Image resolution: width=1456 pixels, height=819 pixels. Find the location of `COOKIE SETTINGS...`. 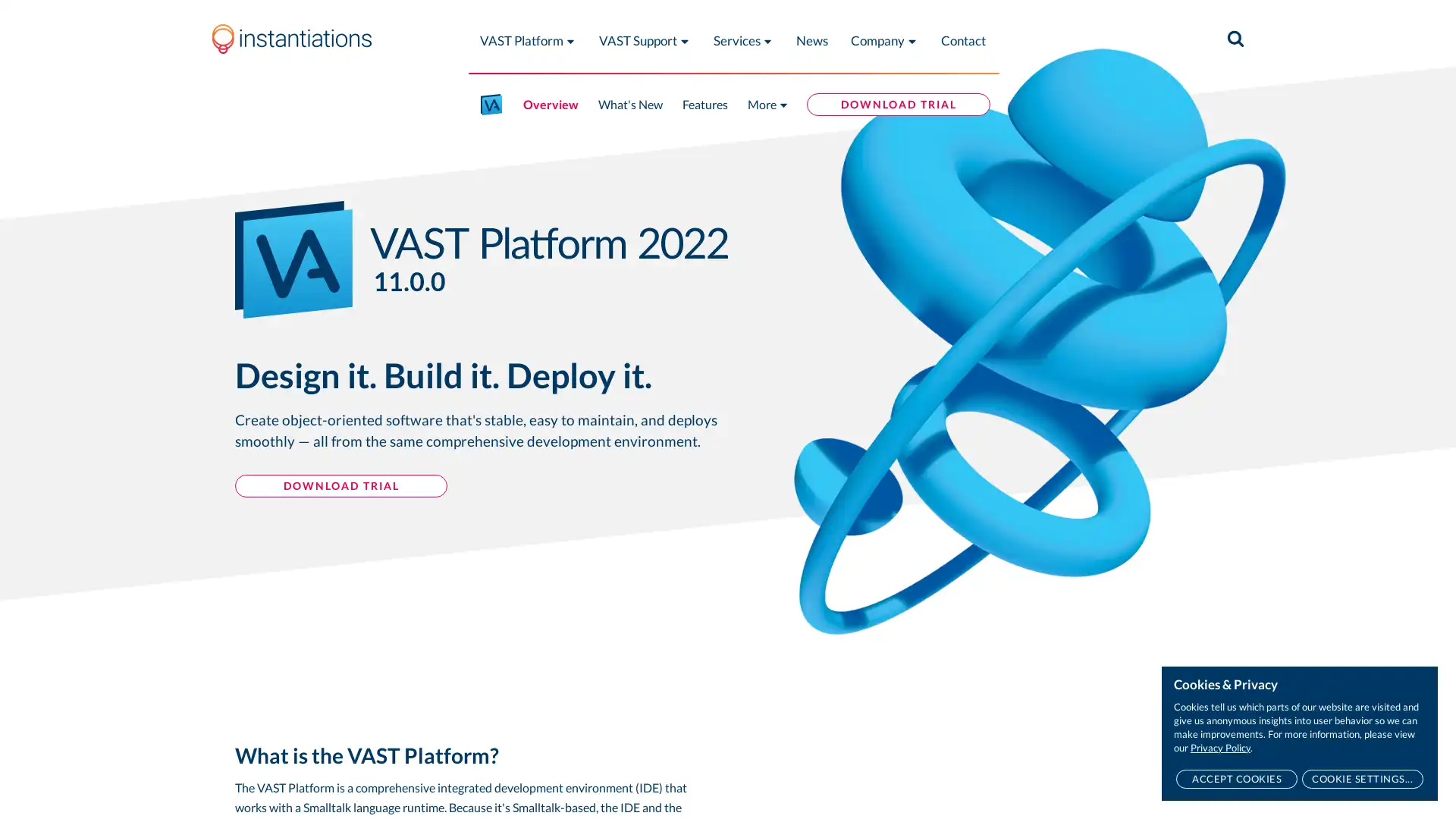

COOKIE SETTINGS... is located at coordinates (1362, 779).